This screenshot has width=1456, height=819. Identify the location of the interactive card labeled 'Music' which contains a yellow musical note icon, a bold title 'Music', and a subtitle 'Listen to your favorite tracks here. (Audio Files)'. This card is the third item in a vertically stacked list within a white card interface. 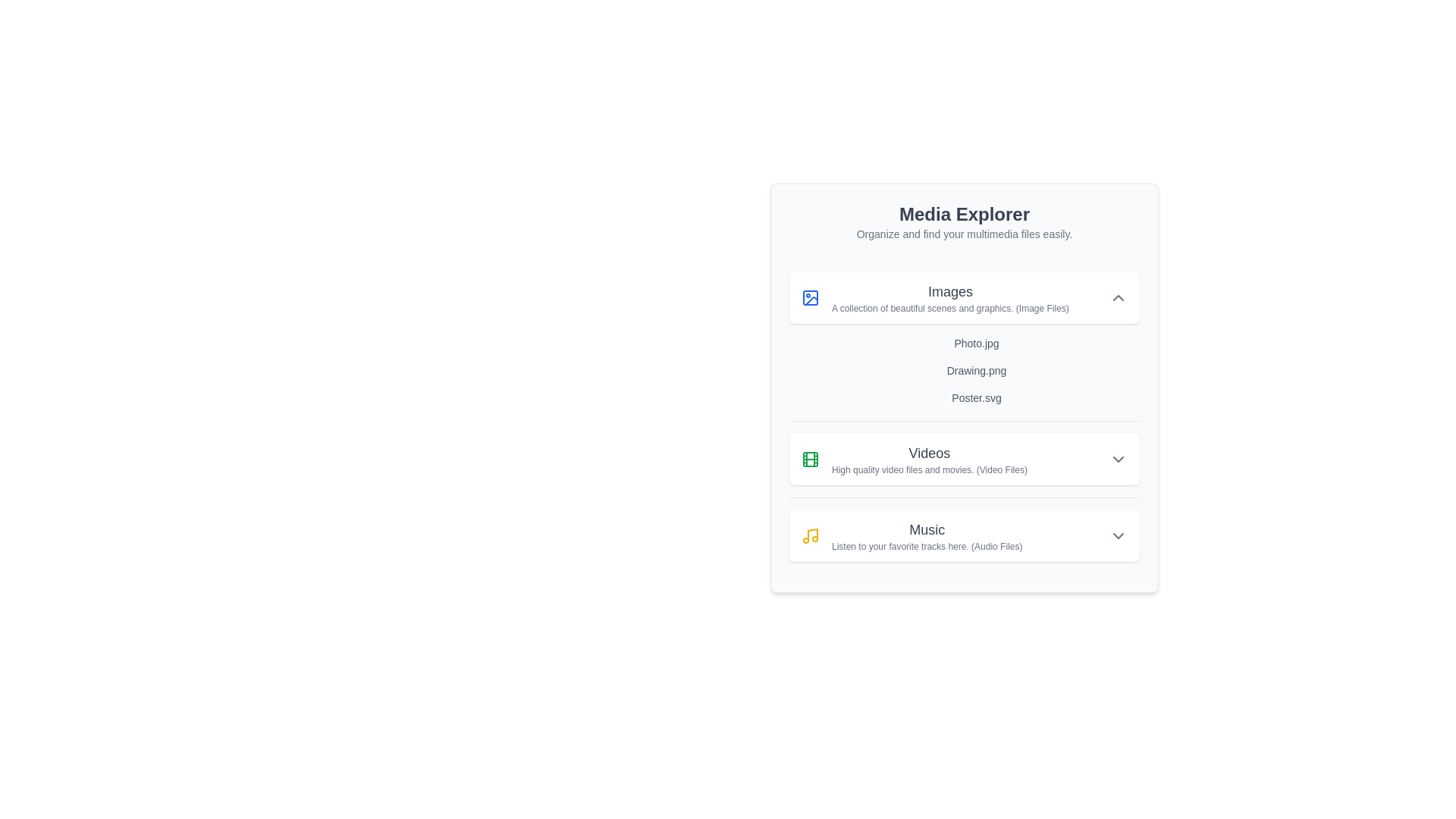
(911, 535).